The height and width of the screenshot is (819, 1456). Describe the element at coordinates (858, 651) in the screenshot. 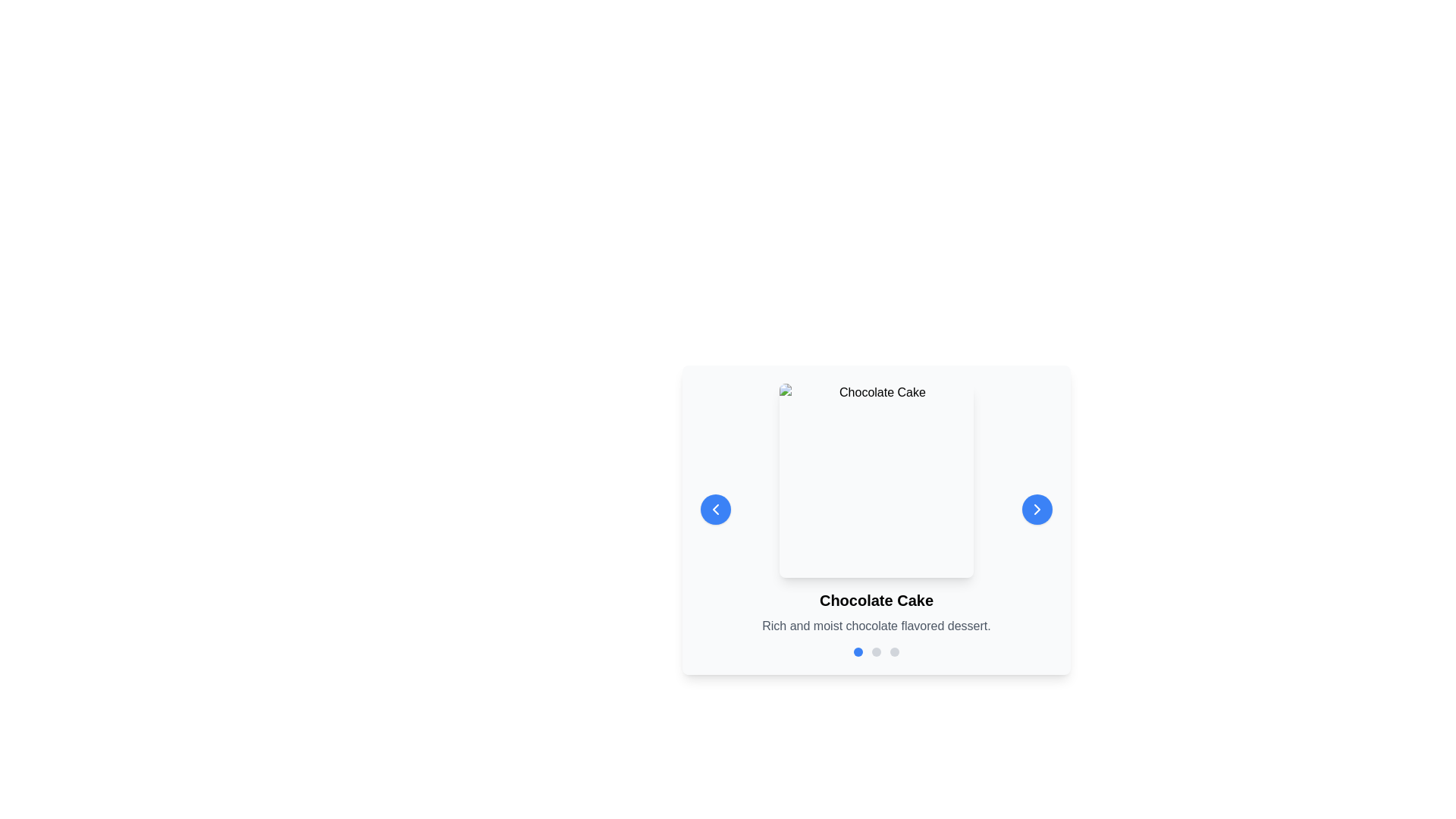

I see `the blue circular Selectable Indicator located at the bottom center of the content area, which corresponds to the 'Chocolate Cake' description` at that location.